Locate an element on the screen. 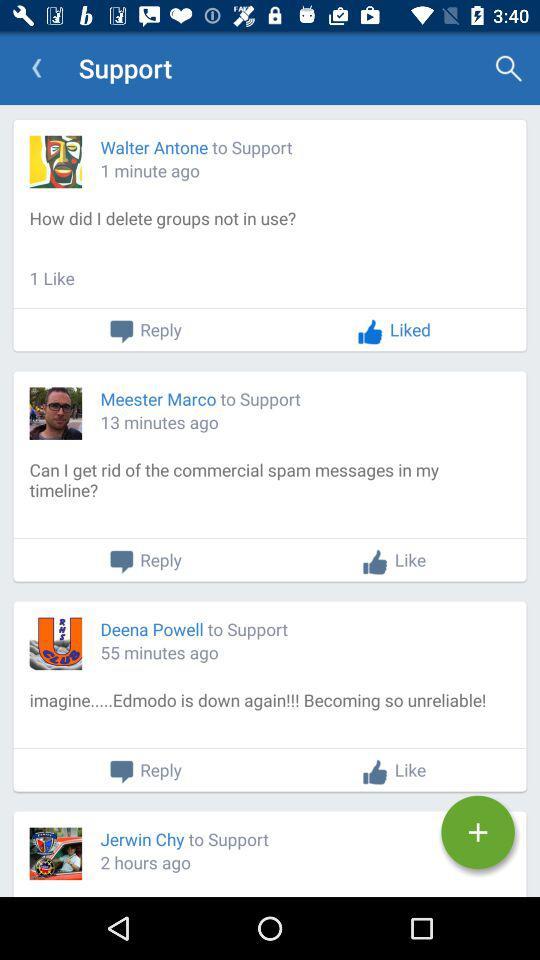  the complete profile information of the first person in the page is located at coordinates (270, 235).